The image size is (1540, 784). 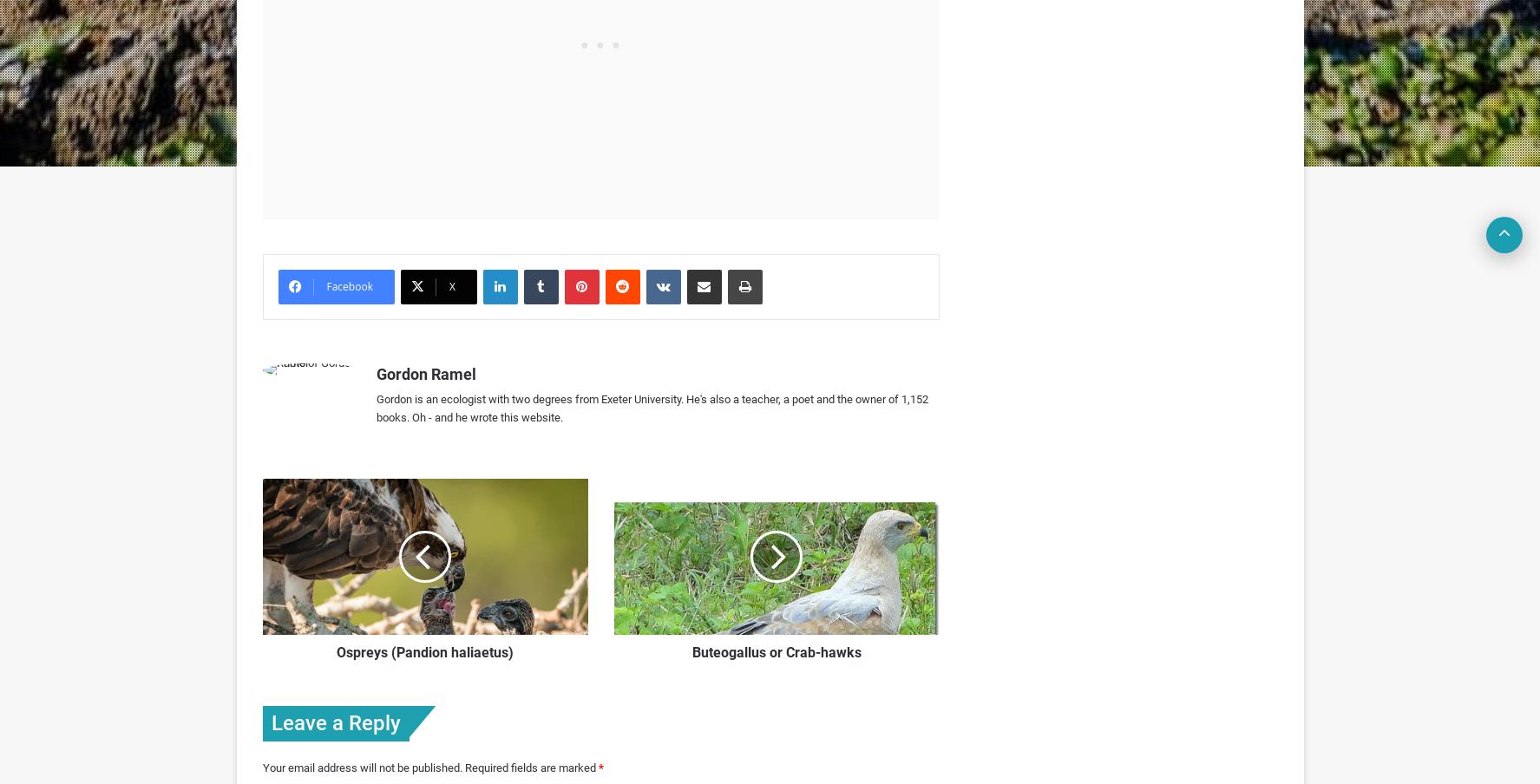 What do you see at coordinates (597, 767) in the screenshot?
I see `'*'` at bounding box center [597, 767].